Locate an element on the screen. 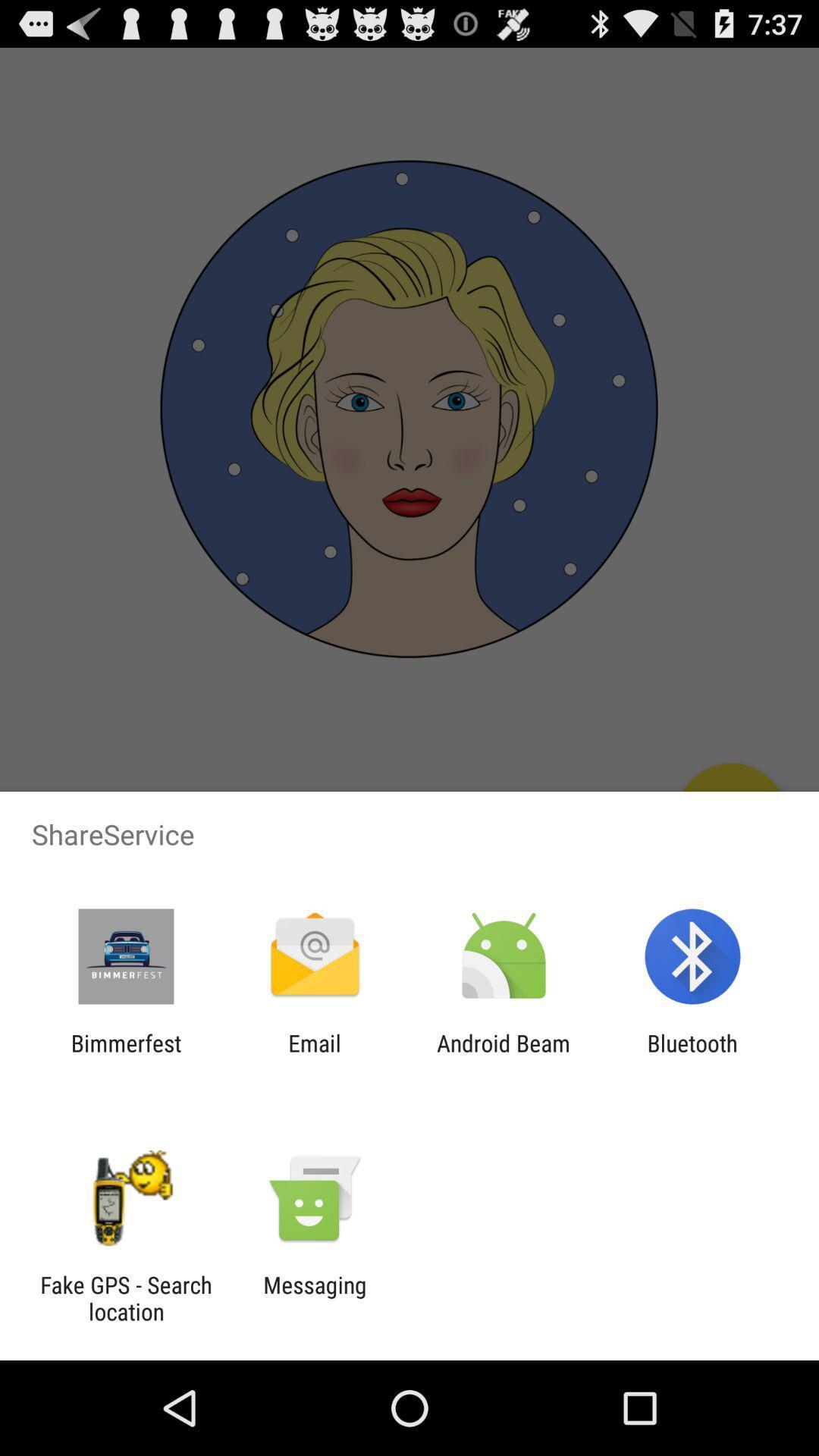 The image size is (819, 1456). the android beam icon is located at coordinates (504, 1056).